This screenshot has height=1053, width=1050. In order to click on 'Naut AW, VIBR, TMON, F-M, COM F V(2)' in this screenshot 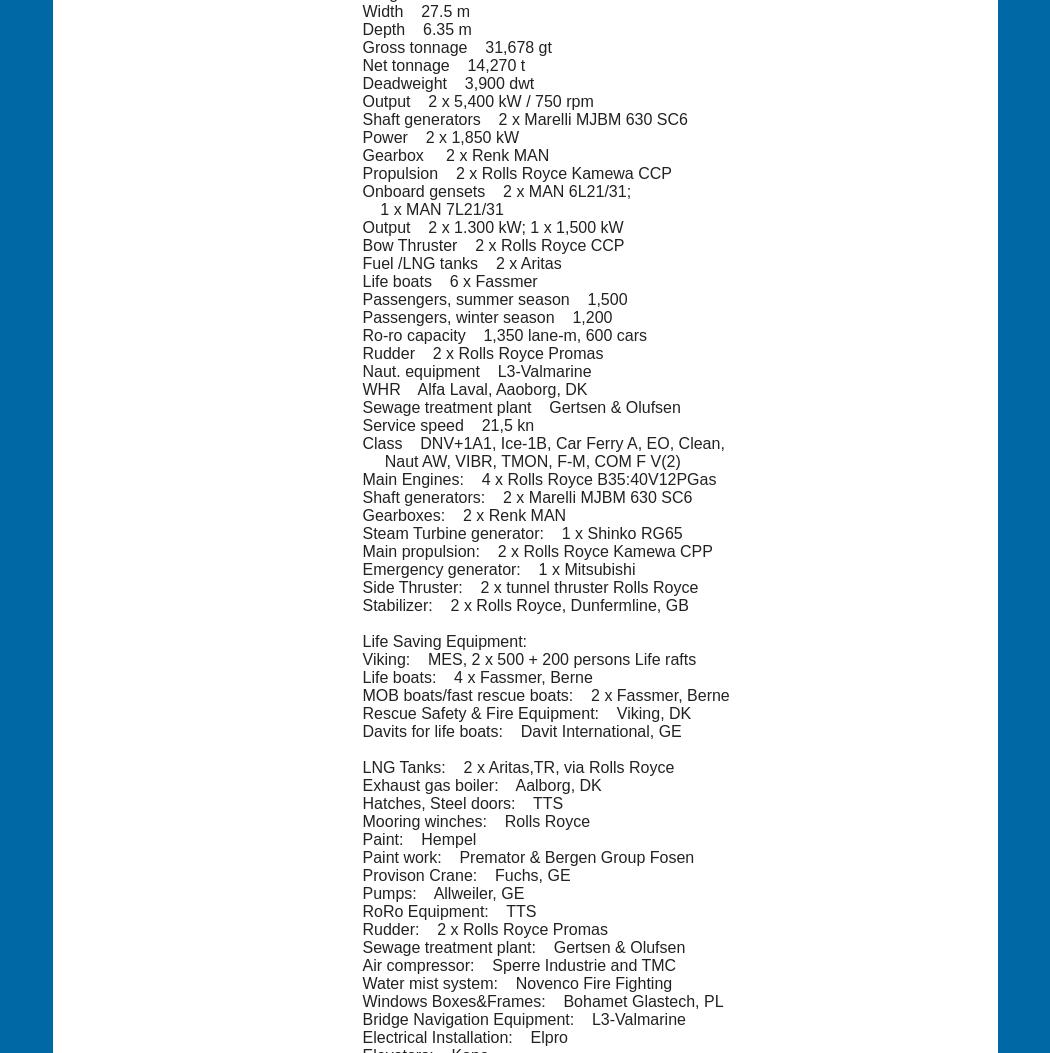, I will do `click(520, 459)`.